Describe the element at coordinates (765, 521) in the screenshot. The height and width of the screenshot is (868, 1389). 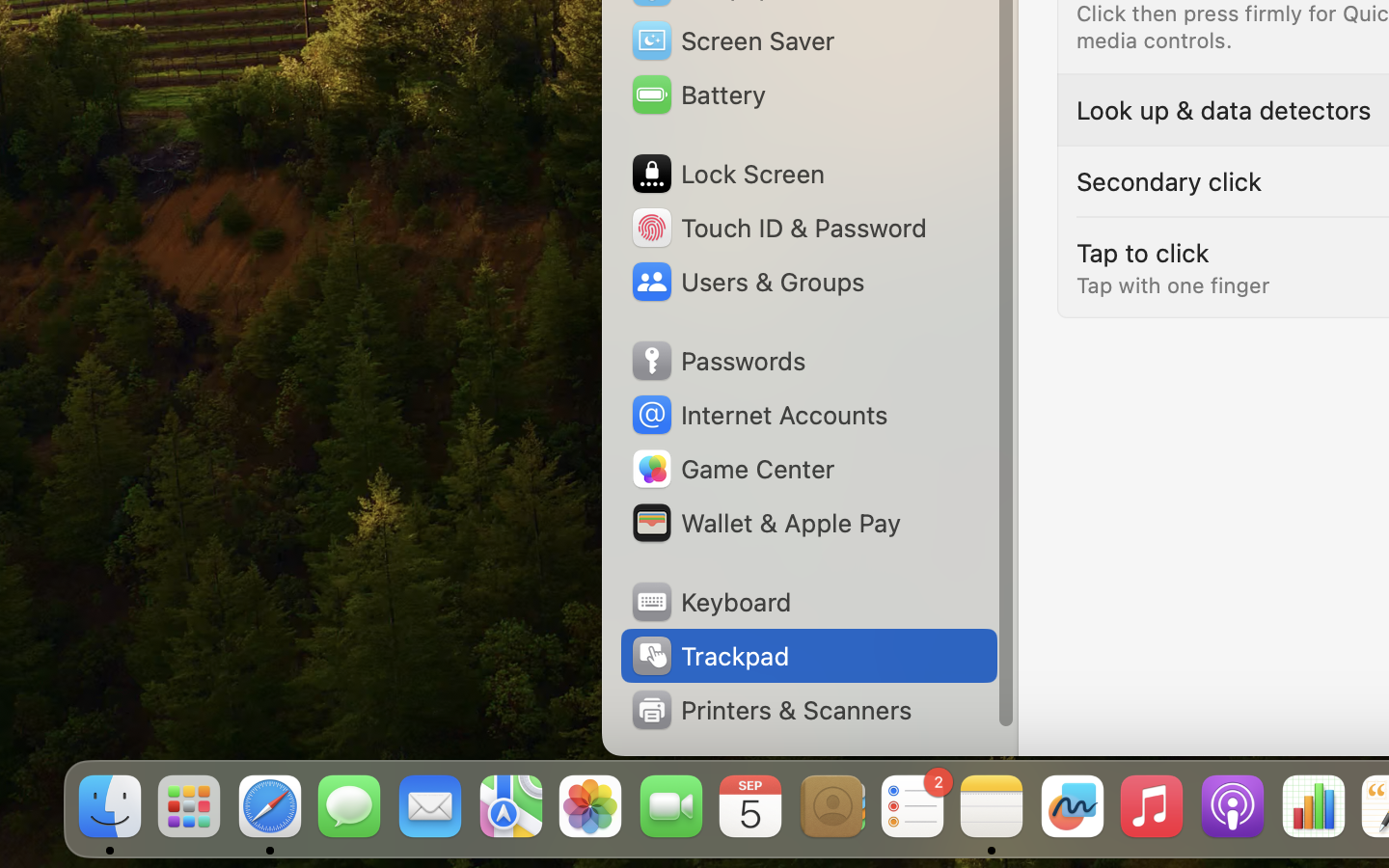
I see `'Wallet & Apple Pay'` at that location.